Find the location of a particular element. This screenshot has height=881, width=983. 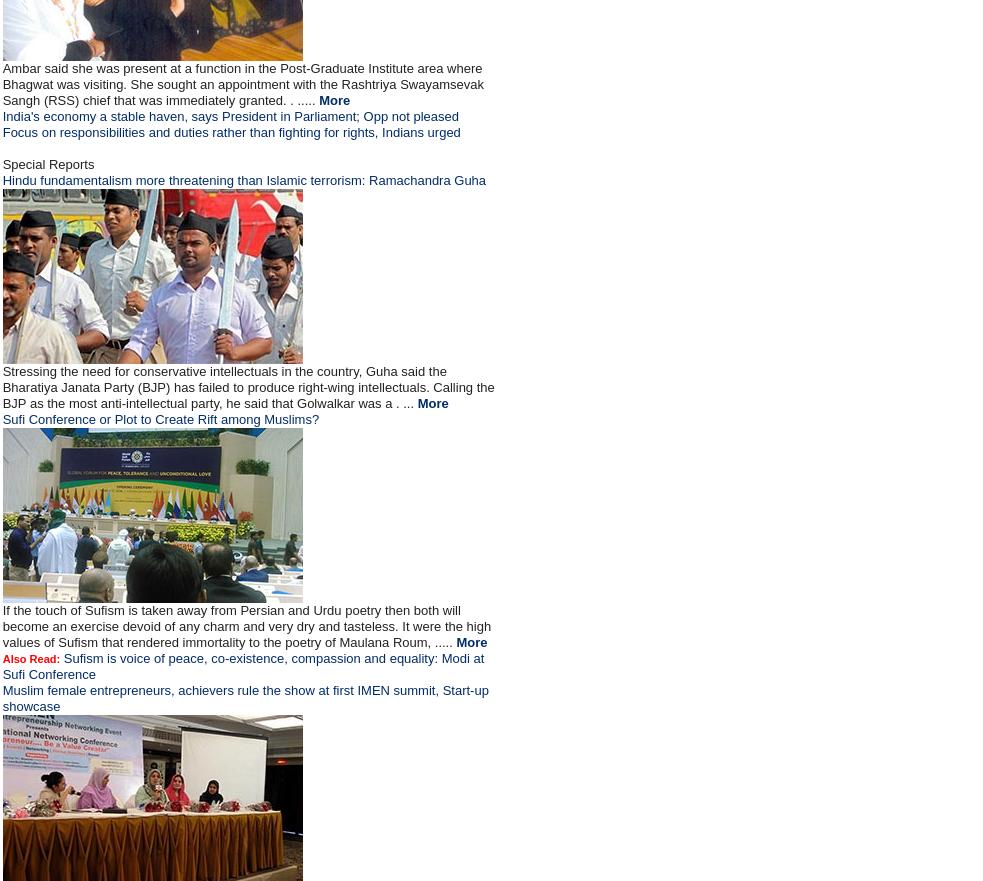

'Special Reports' is located at coordinates (46, 163).